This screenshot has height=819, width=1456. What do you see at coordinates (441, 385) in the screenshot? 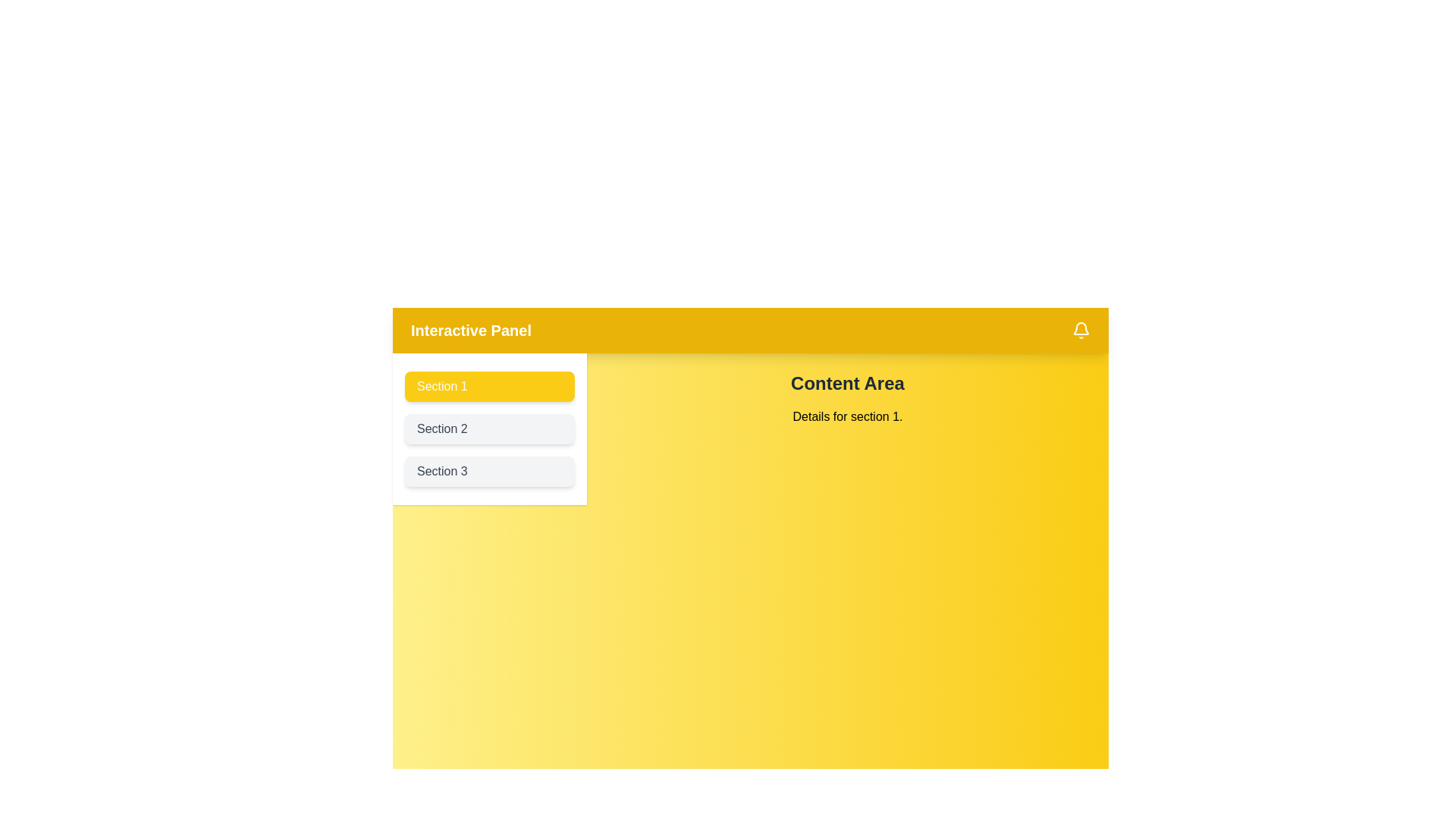
I see `text content of the label displaying 'Section 1', which is styled with a bold white font on a yellow background and located at the top of the first section in a vertical list within a left menu panel` at bounding box center [441, 385].